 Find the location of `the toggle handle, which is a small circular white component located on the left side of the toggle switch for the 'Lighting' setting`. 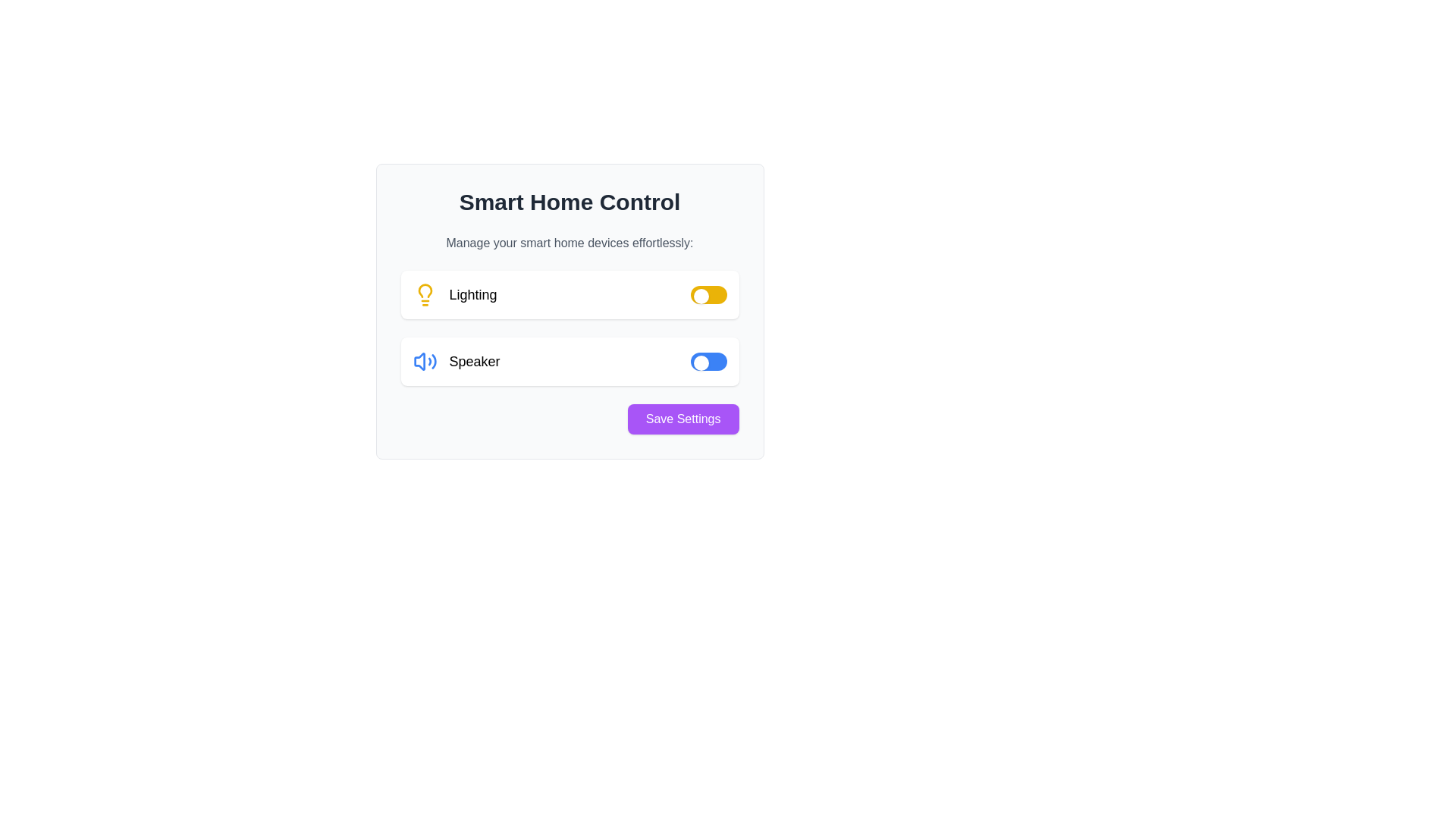

the toggle handle, which is a small circular white component located on the left side of the toggle switch for the 'Lighting' setting is located at coordinates (700, 296).